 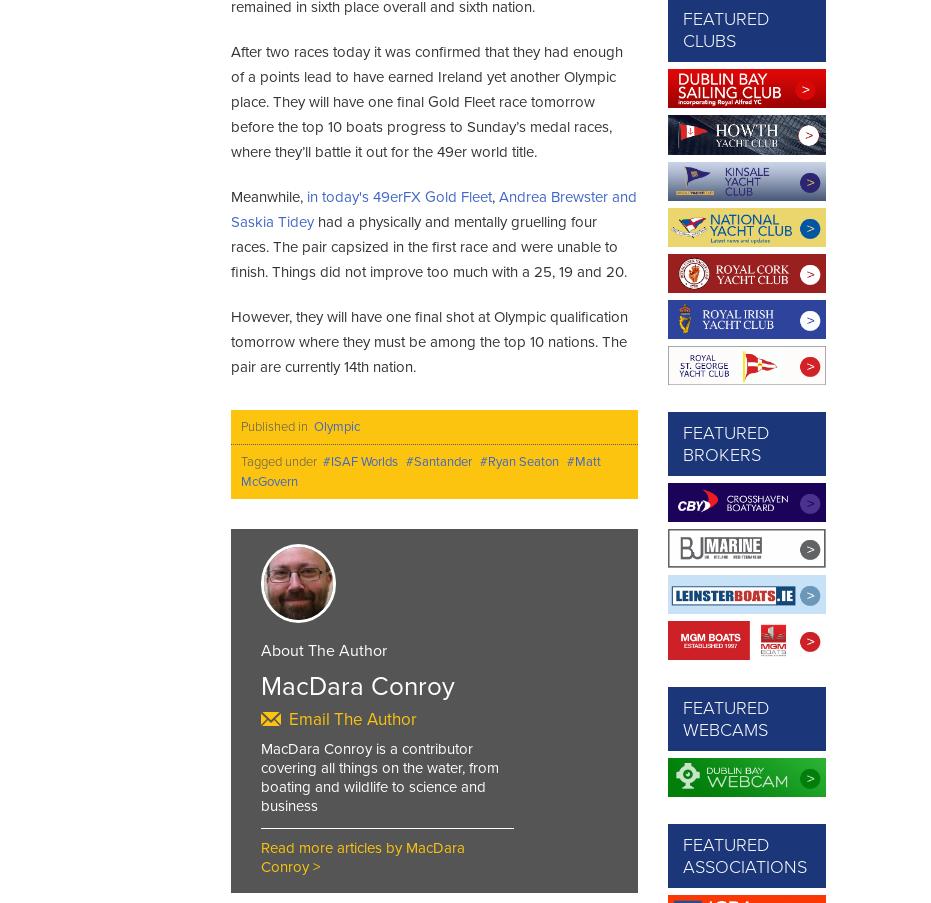 I want to click on 'Email The Author', so click(x=352, y=718).